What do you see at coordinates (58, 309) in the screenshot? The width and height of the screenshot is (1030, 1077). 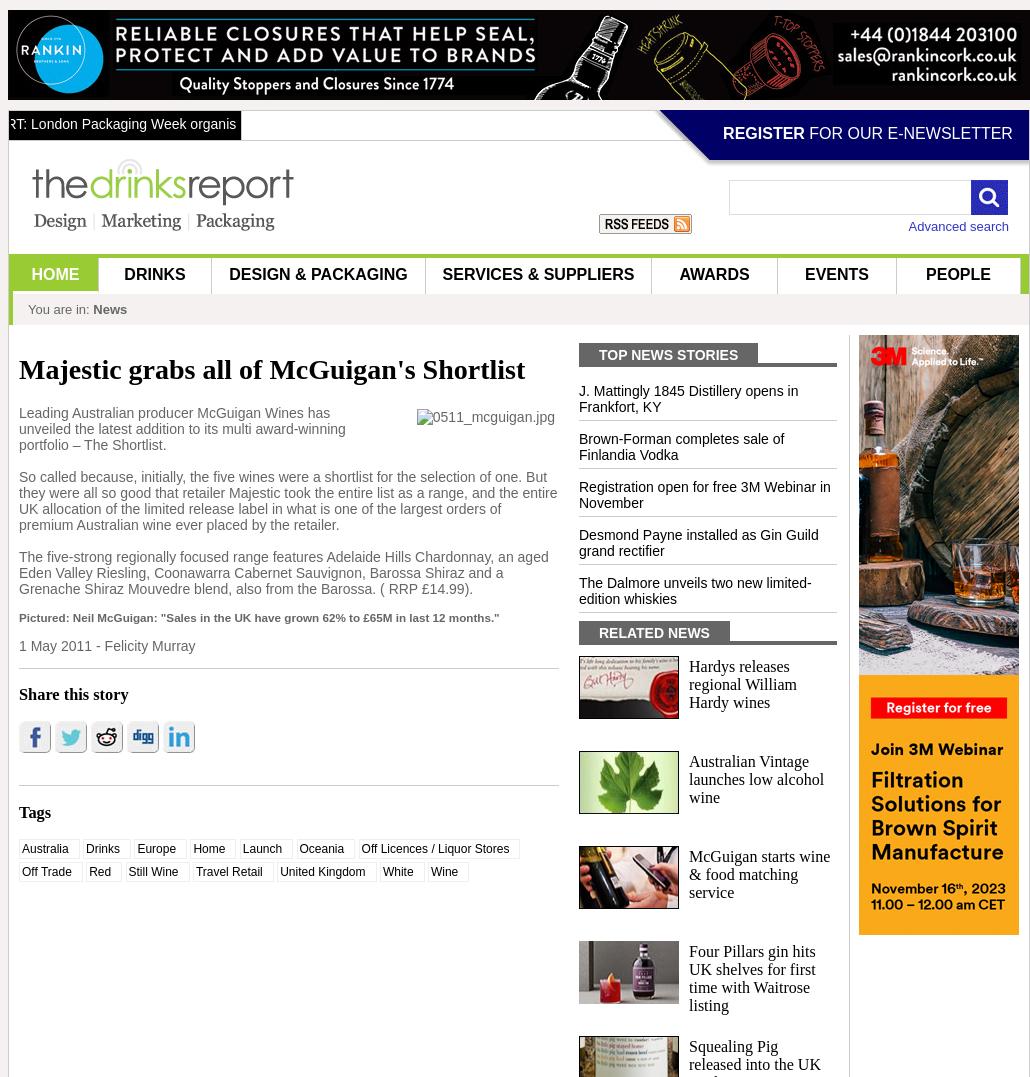 I see `'You are in:'` at bounding box center [58, 309].